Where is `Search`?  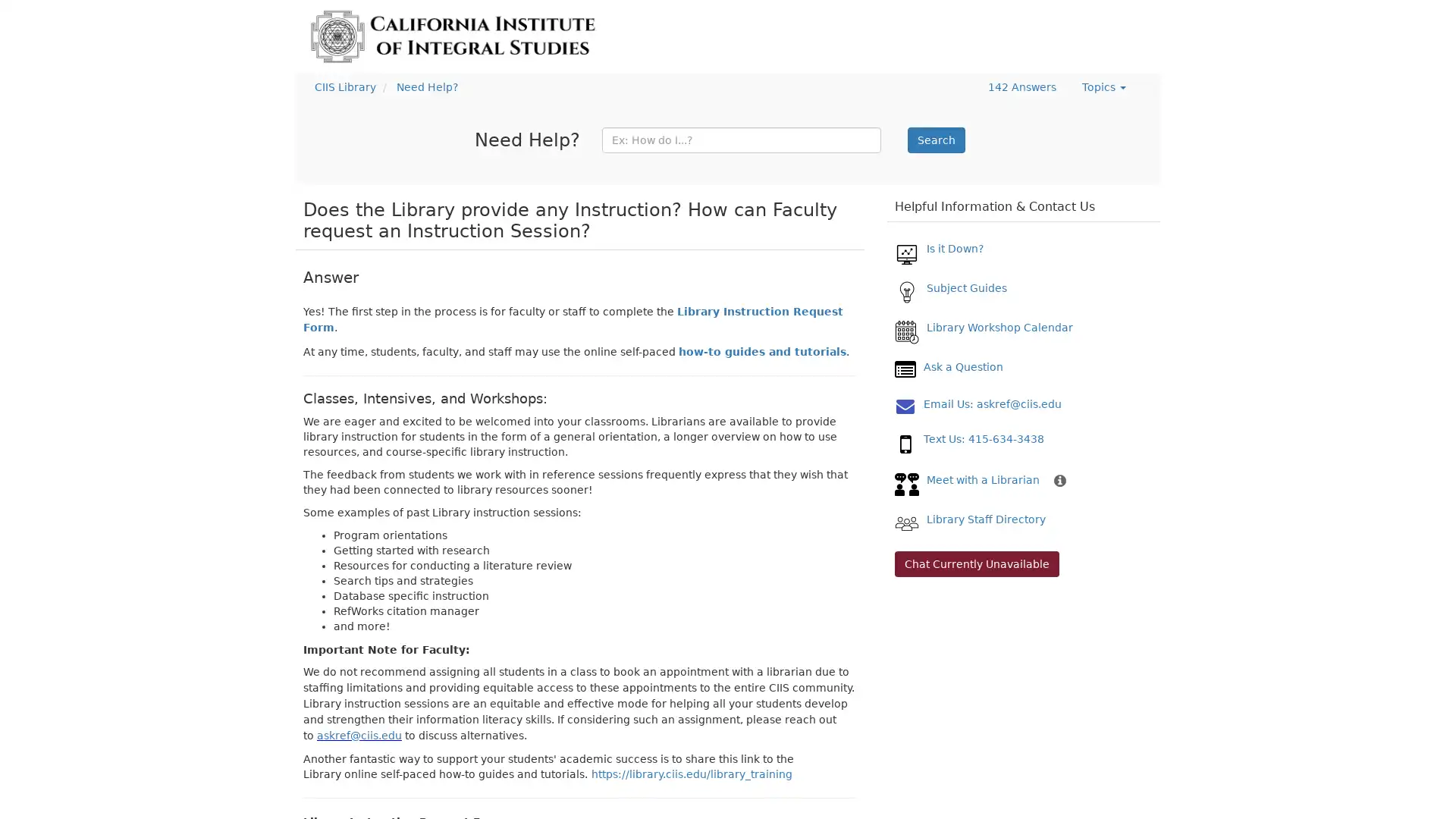 Search is located at coordinates (935, 140).